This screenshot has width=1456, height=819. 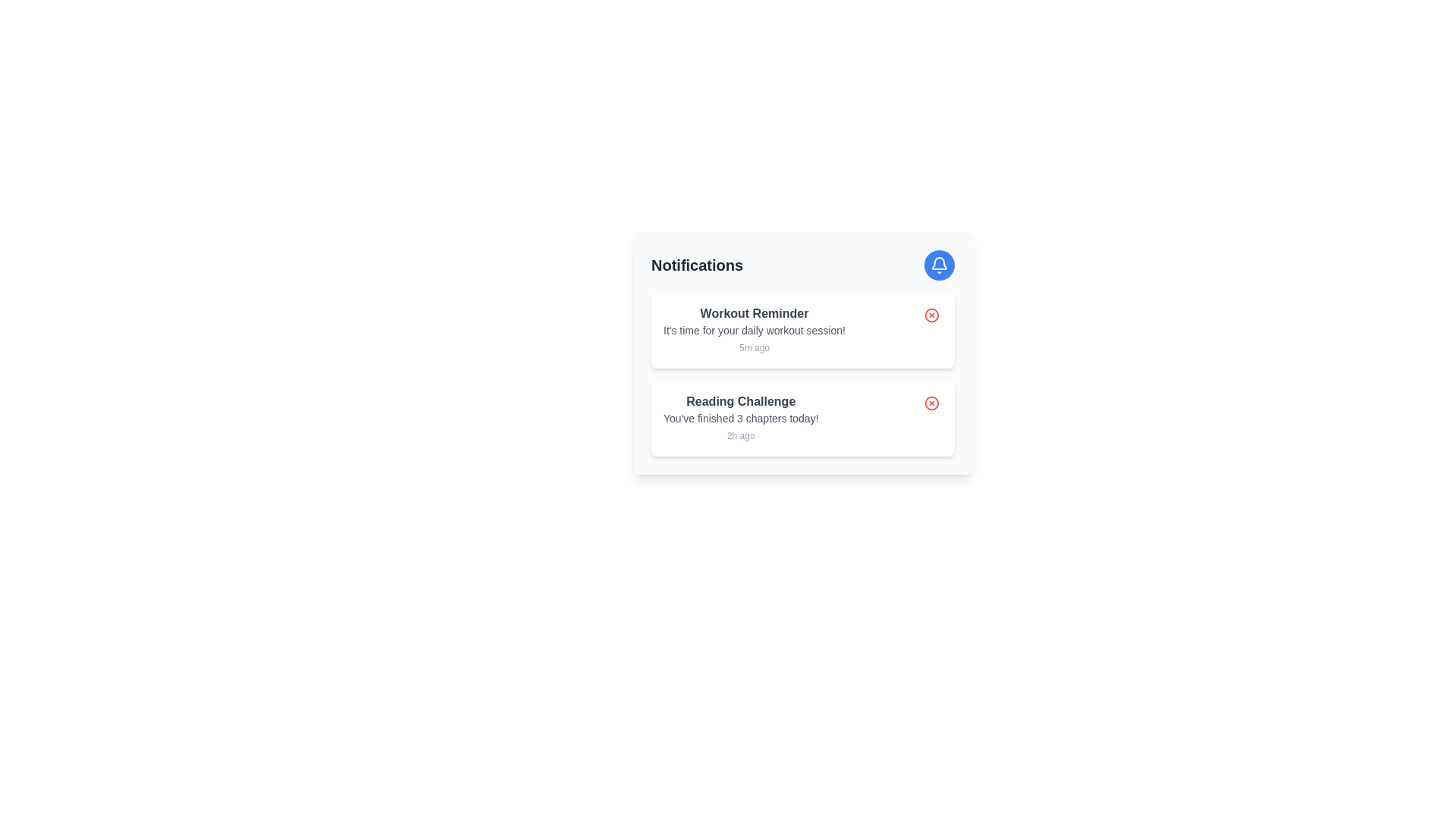 What do you see at coordinates (696, 265) in the screenshot?
I see `the bolded 'Notifications' text label at the top center of the notification section` at bounding box center [696, 265].